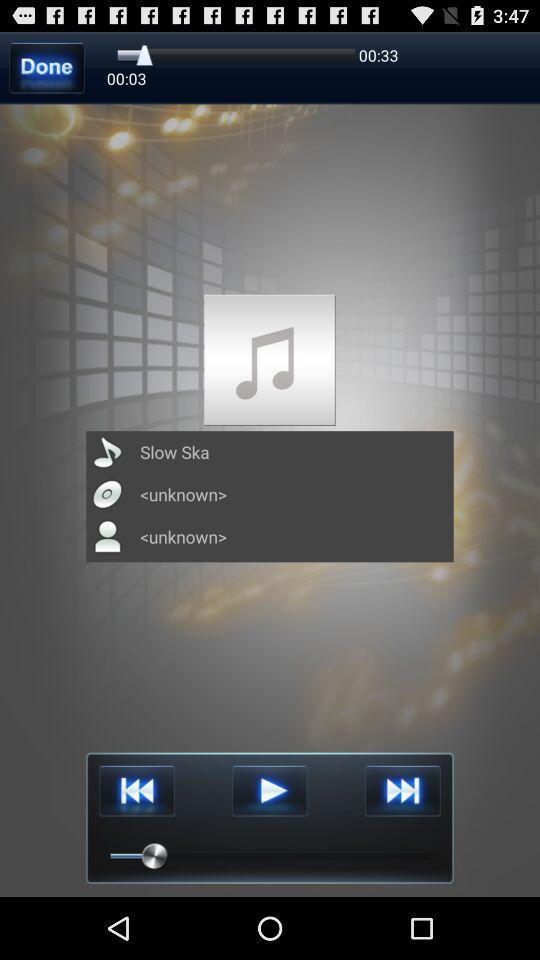  I want to click on reverse, so click(136, 791).